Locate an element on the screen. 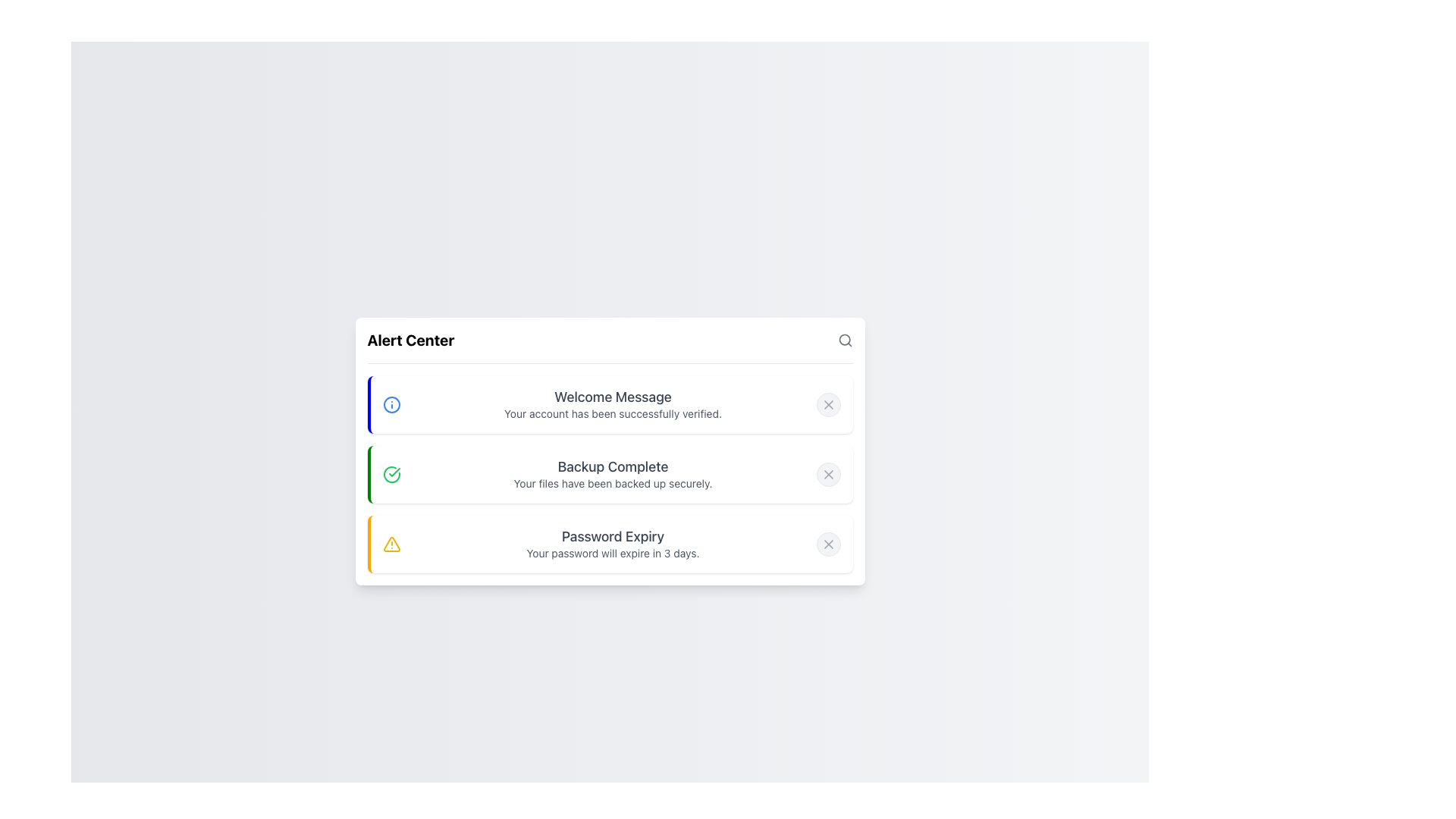  the circular icon with a blue outline located on the left side of the 'Welcome Message' notification is located at coordinates (391, 403).